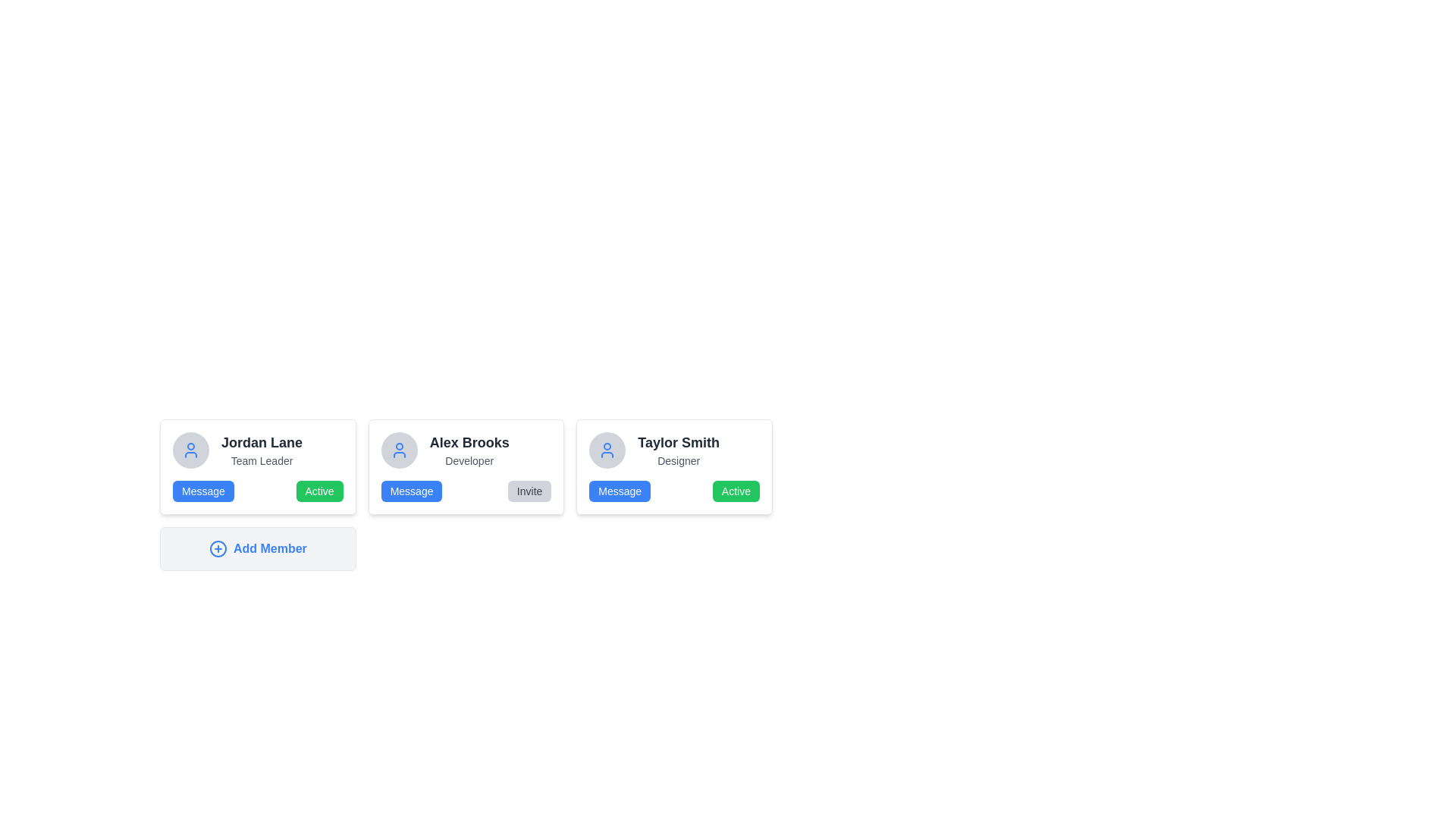 This screenshot has height=819, width=1456. What do you see at coordinates (318, 491) in the screenshot?
I see `the green 'Active' button with white text located under 'Jordan Lane', the Team Leader` at bounding box center [318, 491].